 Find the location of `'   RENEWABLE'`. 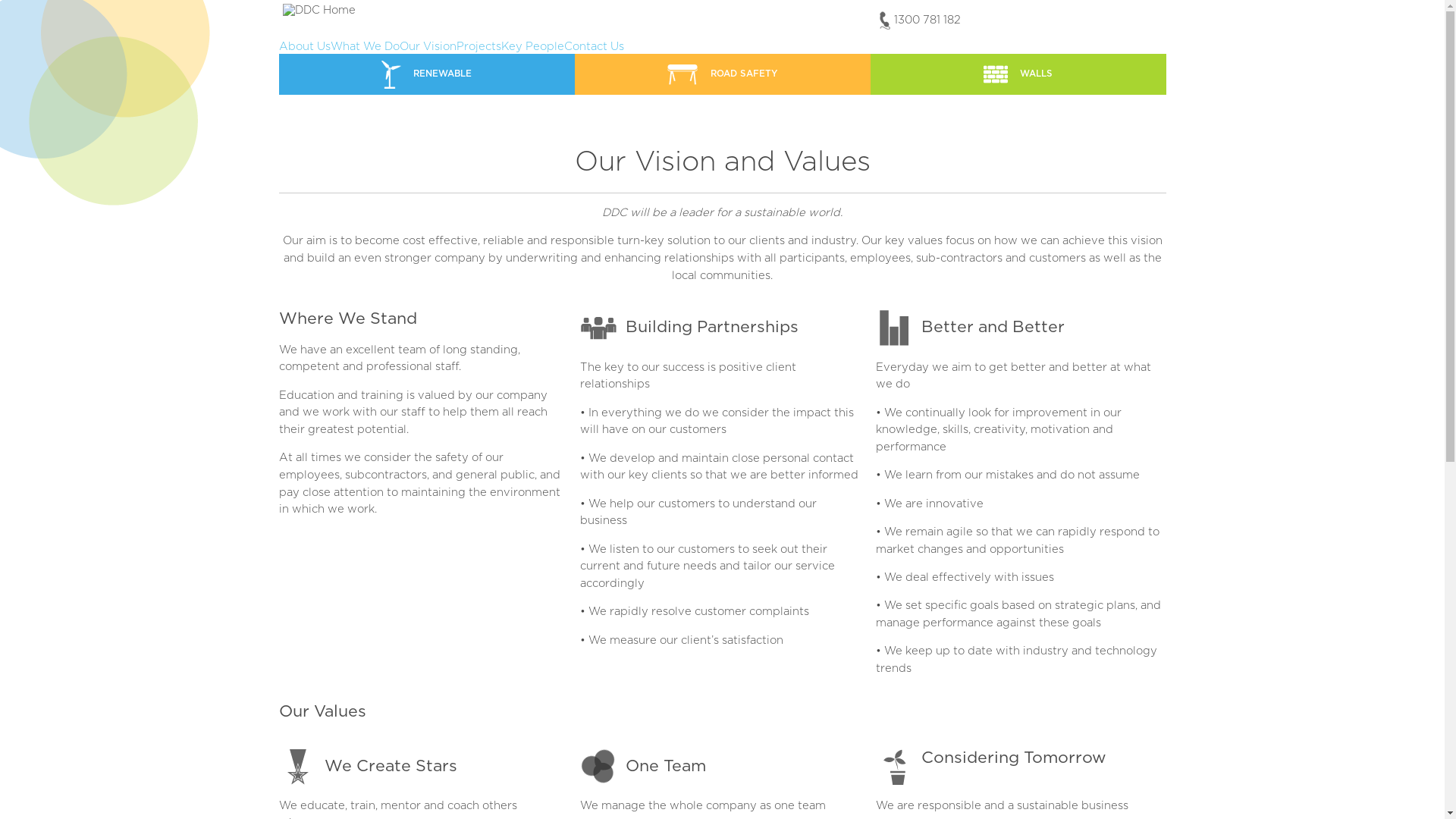

'   RENEWABLE' is located at coordinates (425, 74).